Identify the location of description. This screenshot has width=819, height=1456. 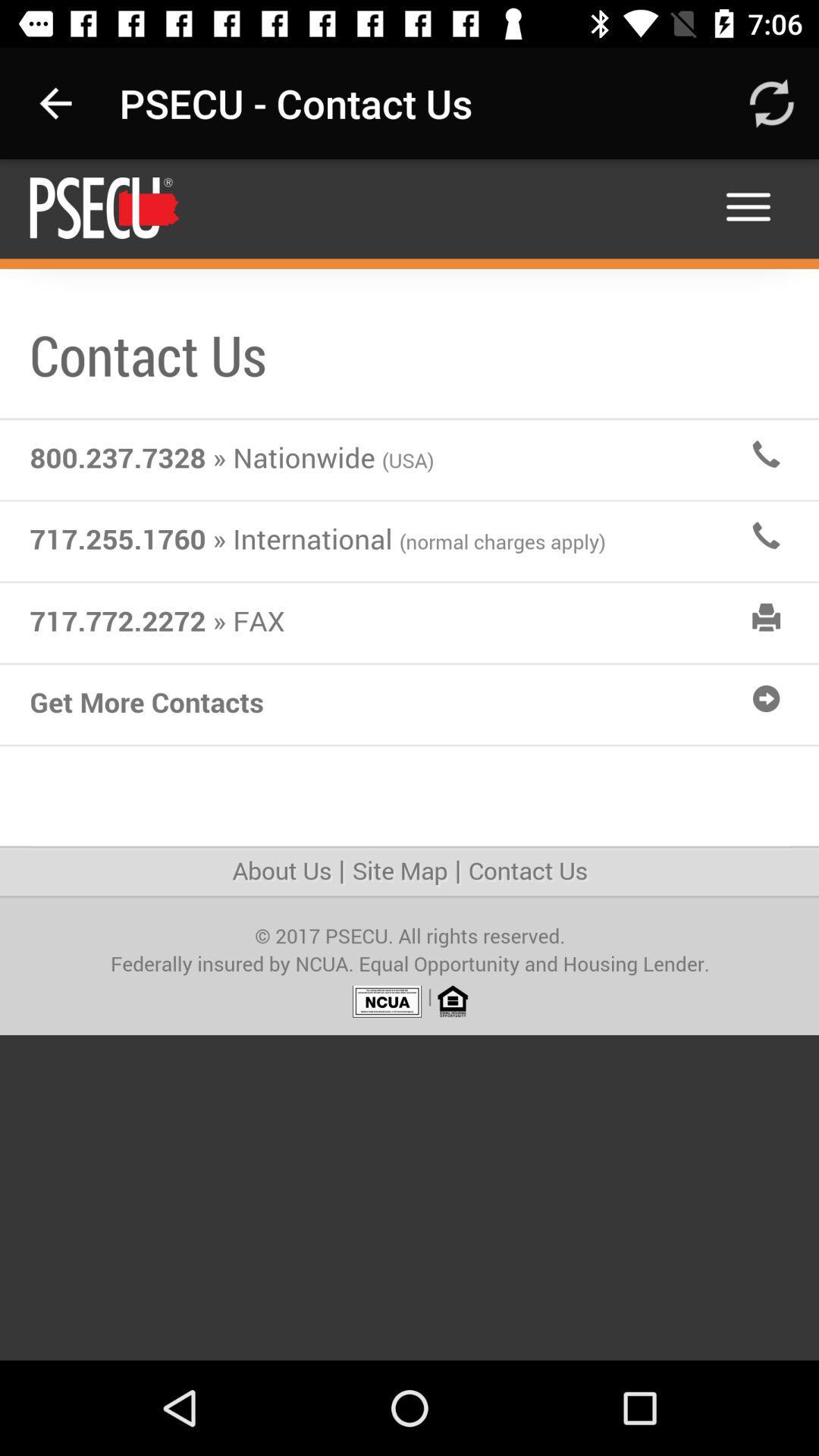
(409, 760).